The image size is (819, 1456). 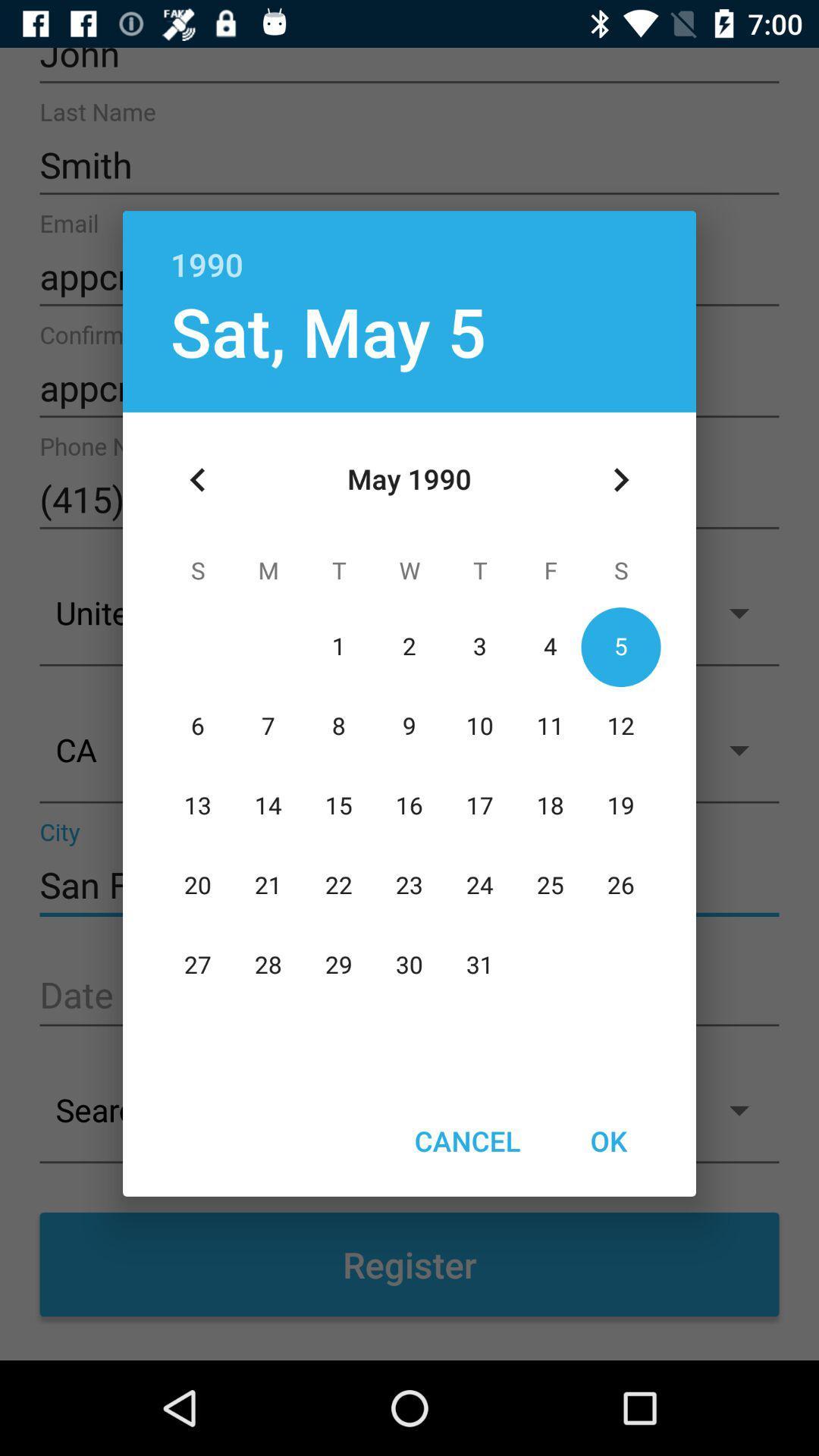 I want to click on sat, may 5 icon, so click(x=328, y=330).